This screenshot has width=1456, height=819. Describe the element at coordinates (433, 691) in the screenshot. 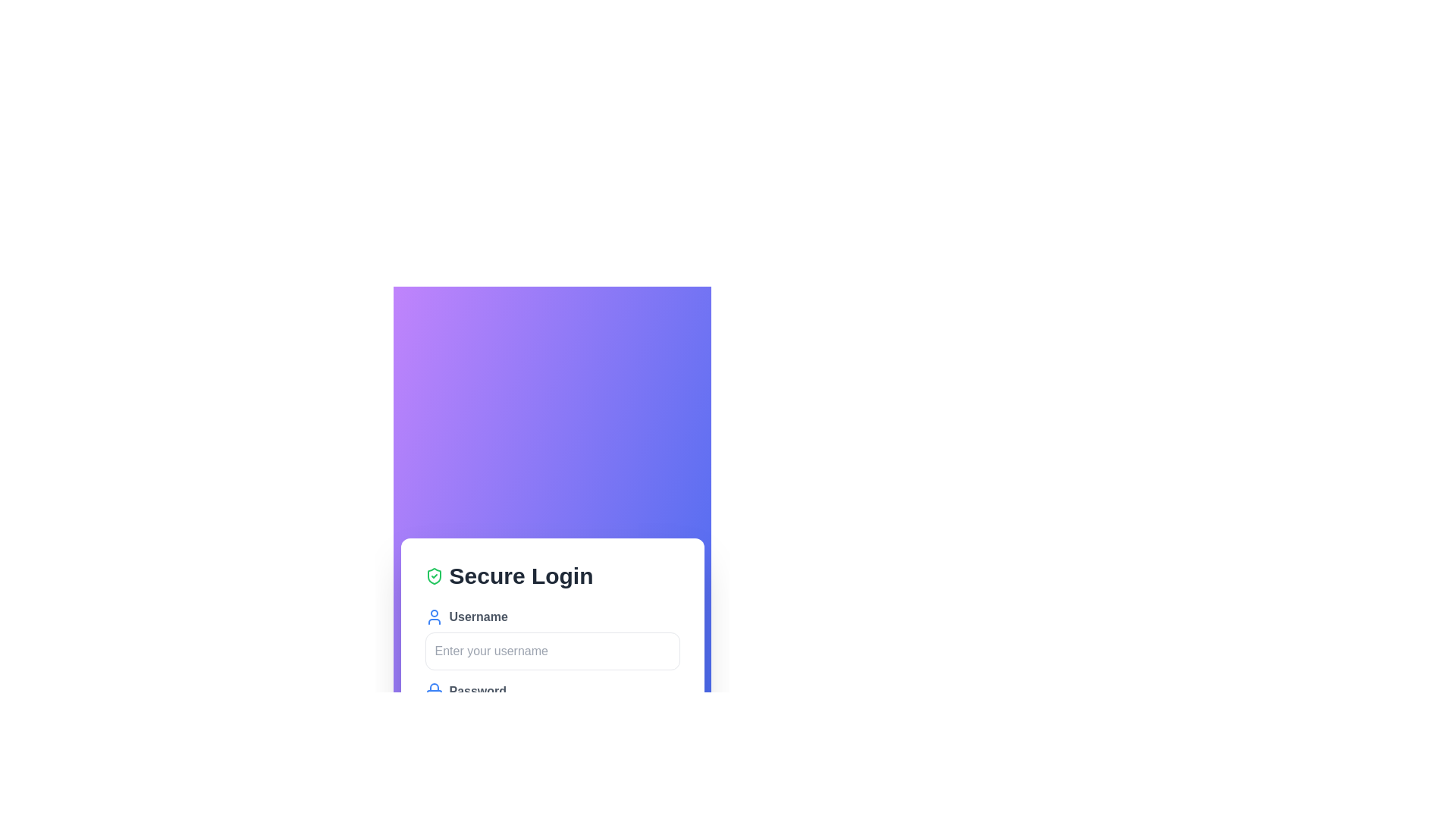

I see `the lock icon situated on the left side of the 'Password' text, which conveys security in the password field` at that location.